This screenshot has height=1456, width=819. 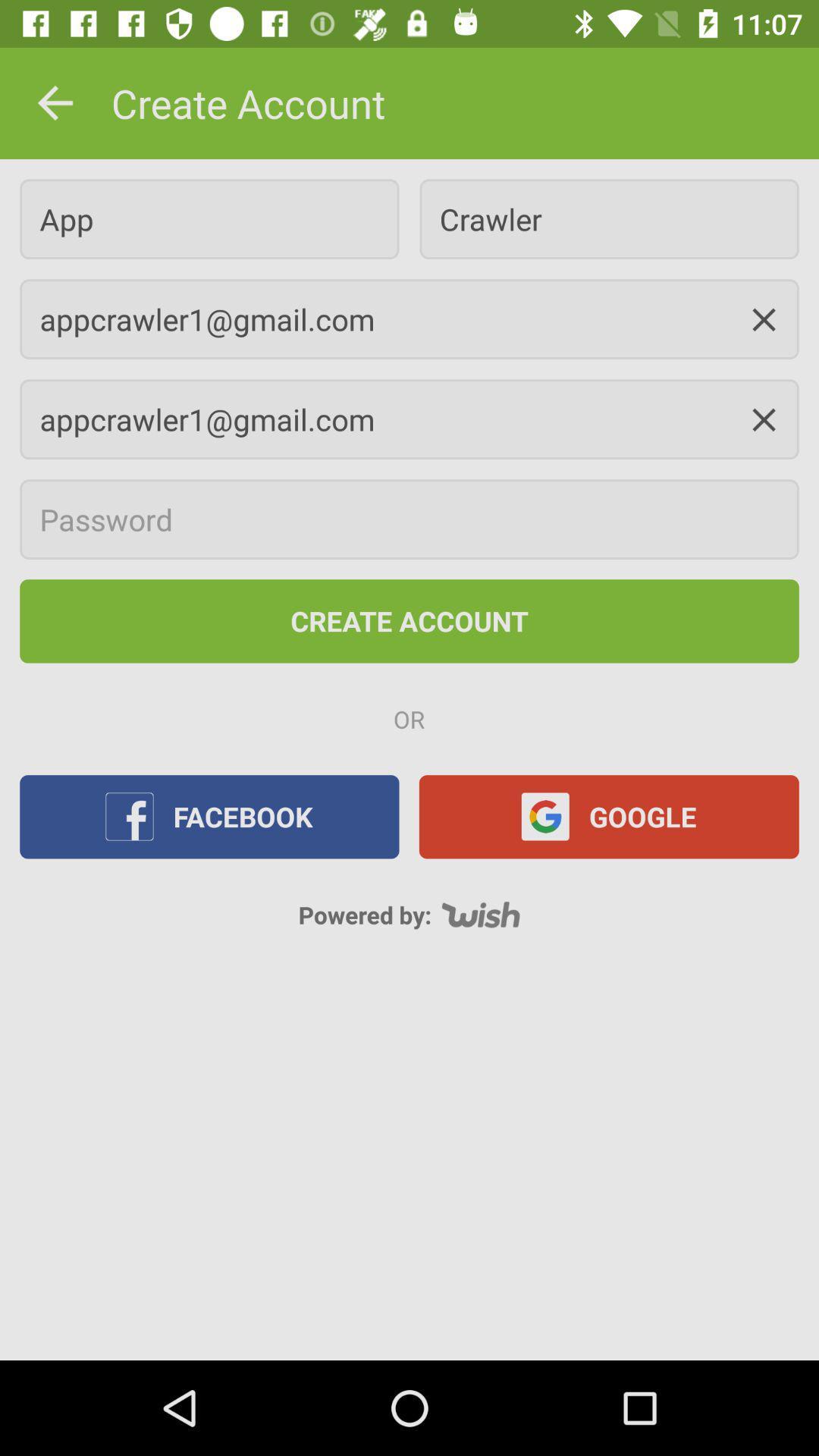 What do you see at coordinates (209, 816) in the screenshot?
I see `option before the google option at the end of the page` at bounding box center [209, 816].